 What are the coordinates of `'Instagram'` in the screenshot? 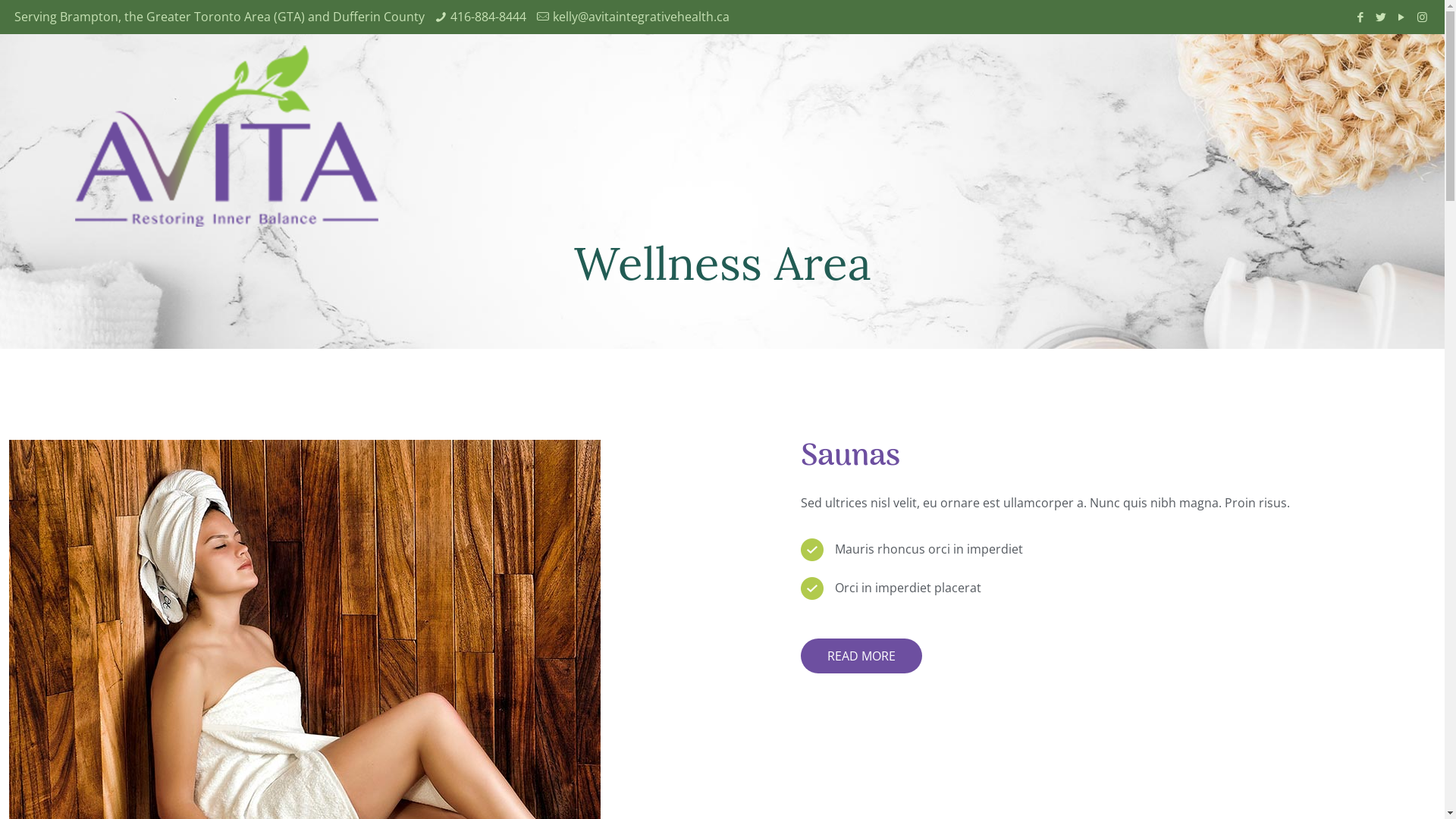 It's located at (1421, 17).